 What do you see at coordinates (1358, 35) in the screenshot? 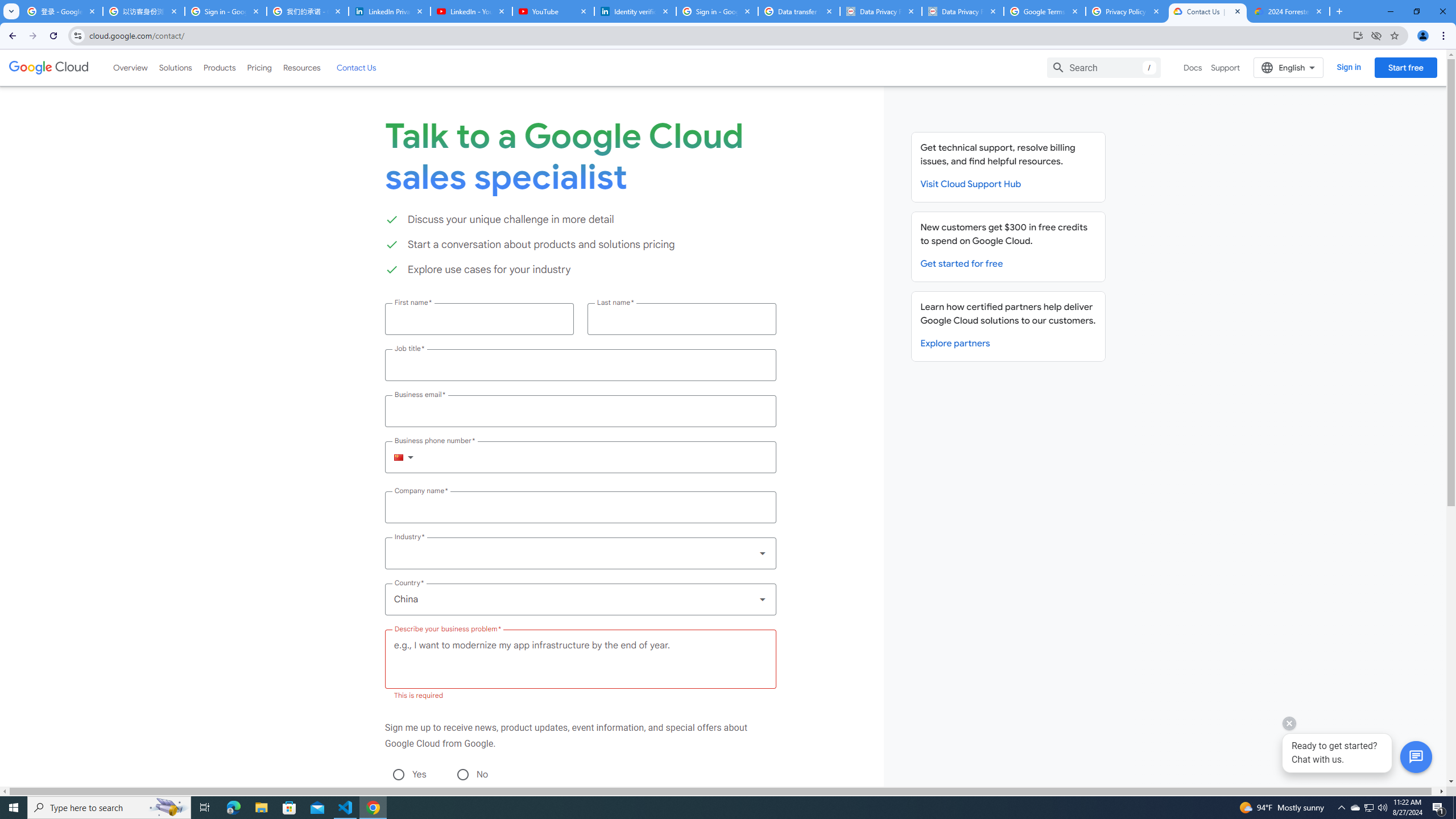
I see `'Install Google Cloud'` at bounding box center [1358, 35].